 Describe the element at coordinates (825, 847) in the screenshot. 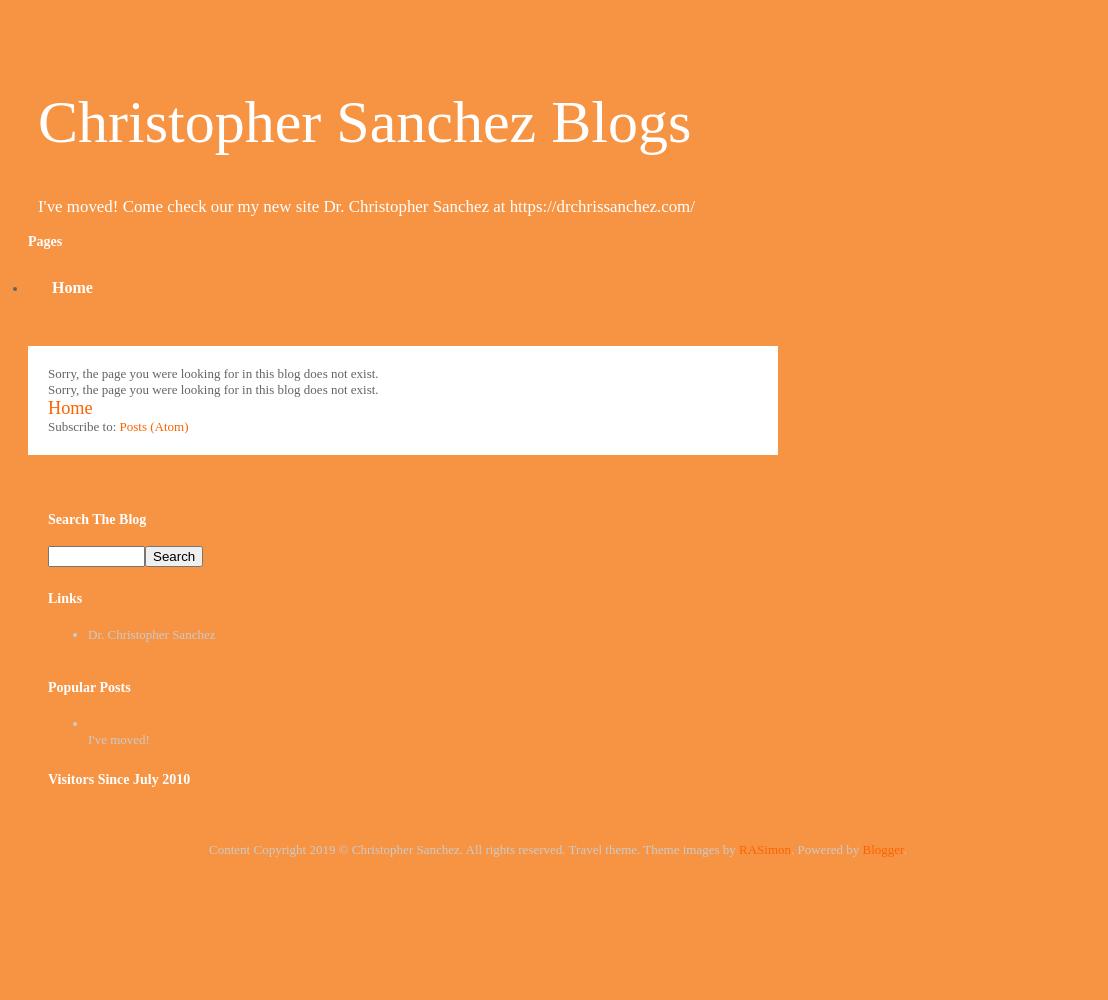

I see `'. Powered by'` at that location.